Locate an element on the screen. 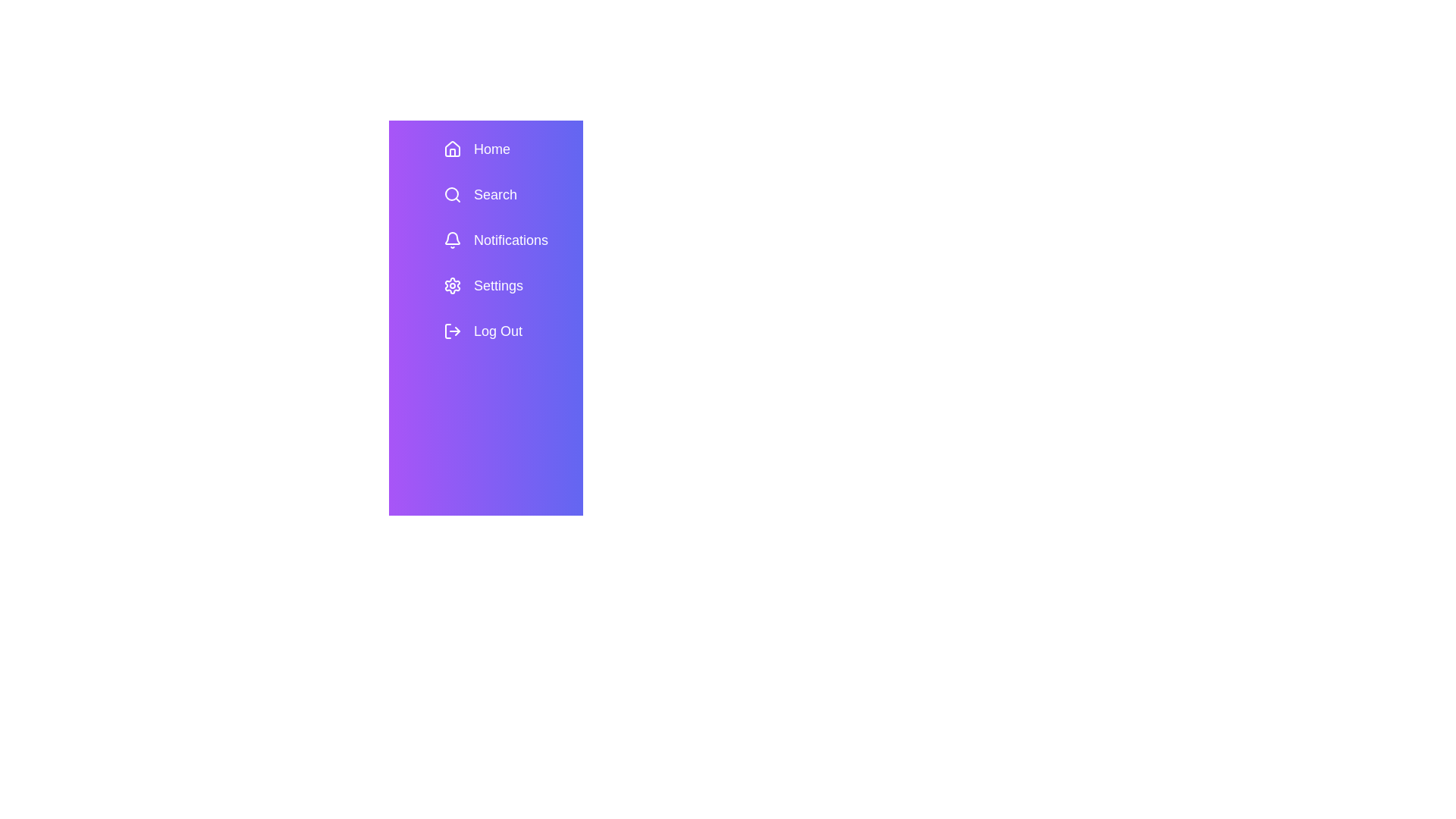  toggle button to change the visibility of the SidebarMenu is located at coordinates (410, 529).